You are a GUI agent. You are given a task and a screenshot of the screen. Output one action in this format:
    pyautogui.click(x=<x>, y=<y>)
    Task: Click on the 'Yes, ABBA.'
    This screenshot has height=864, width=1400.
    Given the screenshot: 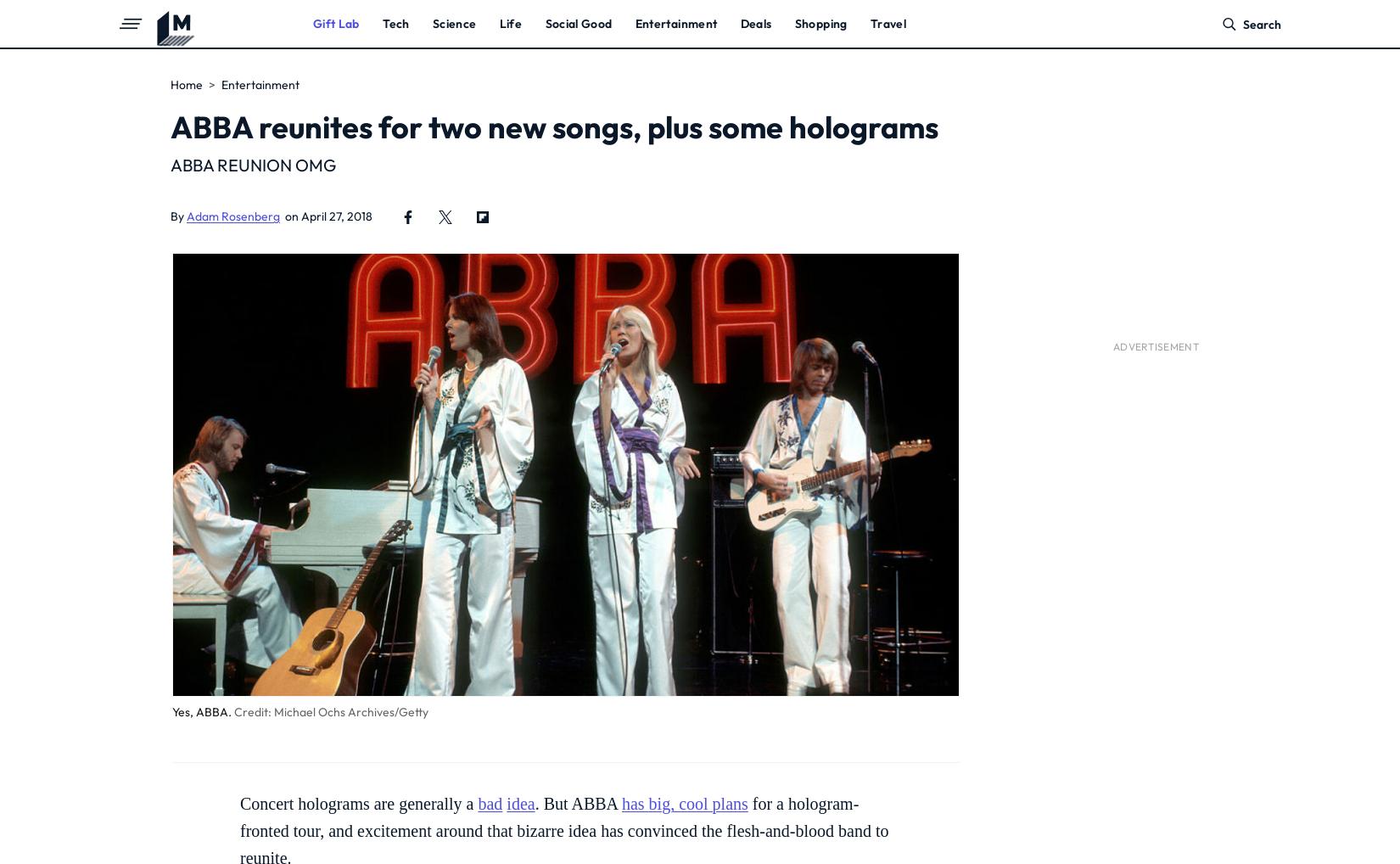 What is the action you would take?
    pyautogui.click(x=201, y=710)
    